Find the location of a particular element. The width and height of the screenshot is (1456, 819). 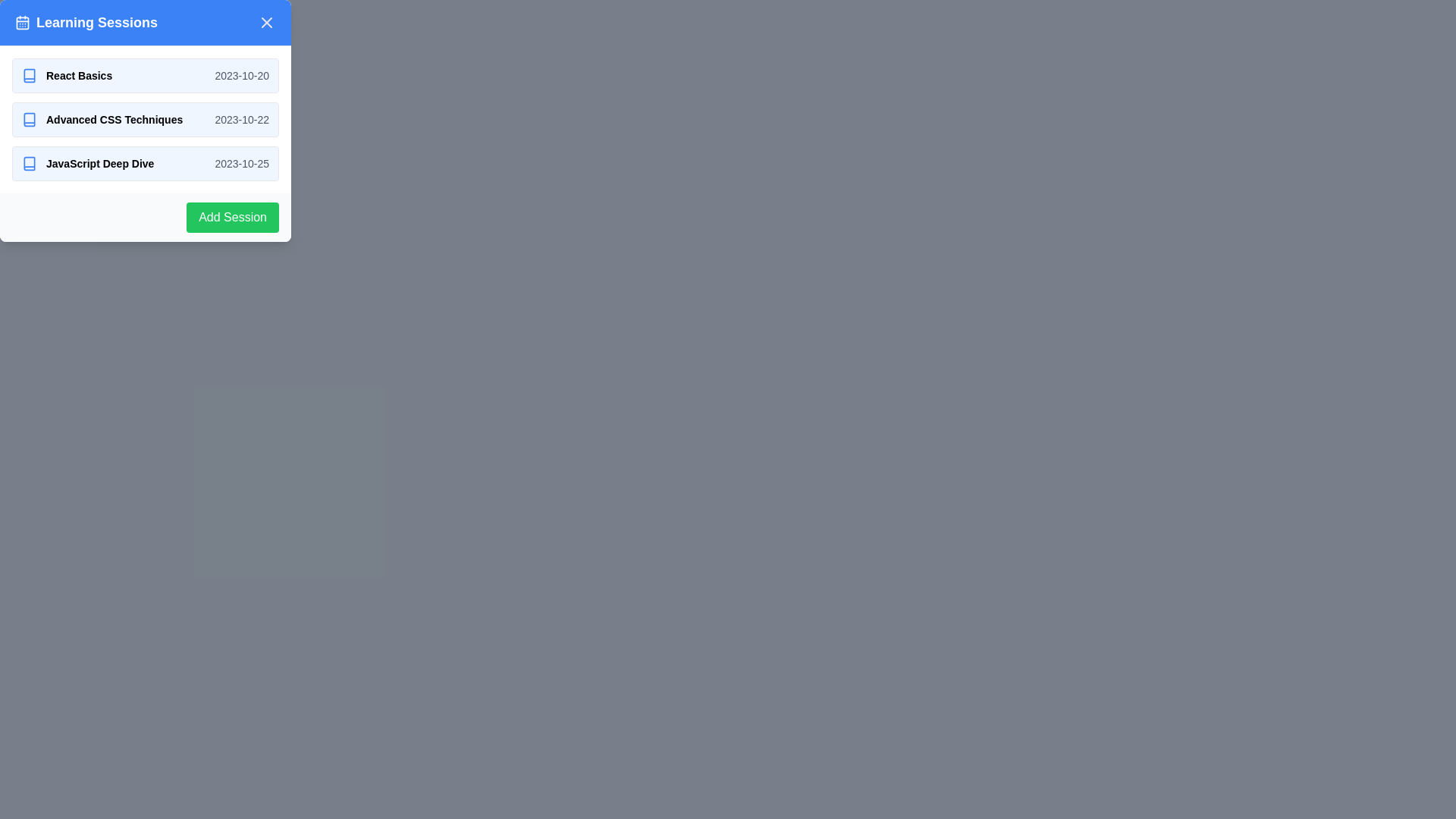

the Text label indicating the scheduled date for the session titled 'React Basics' is located at coordinates (241, 76).